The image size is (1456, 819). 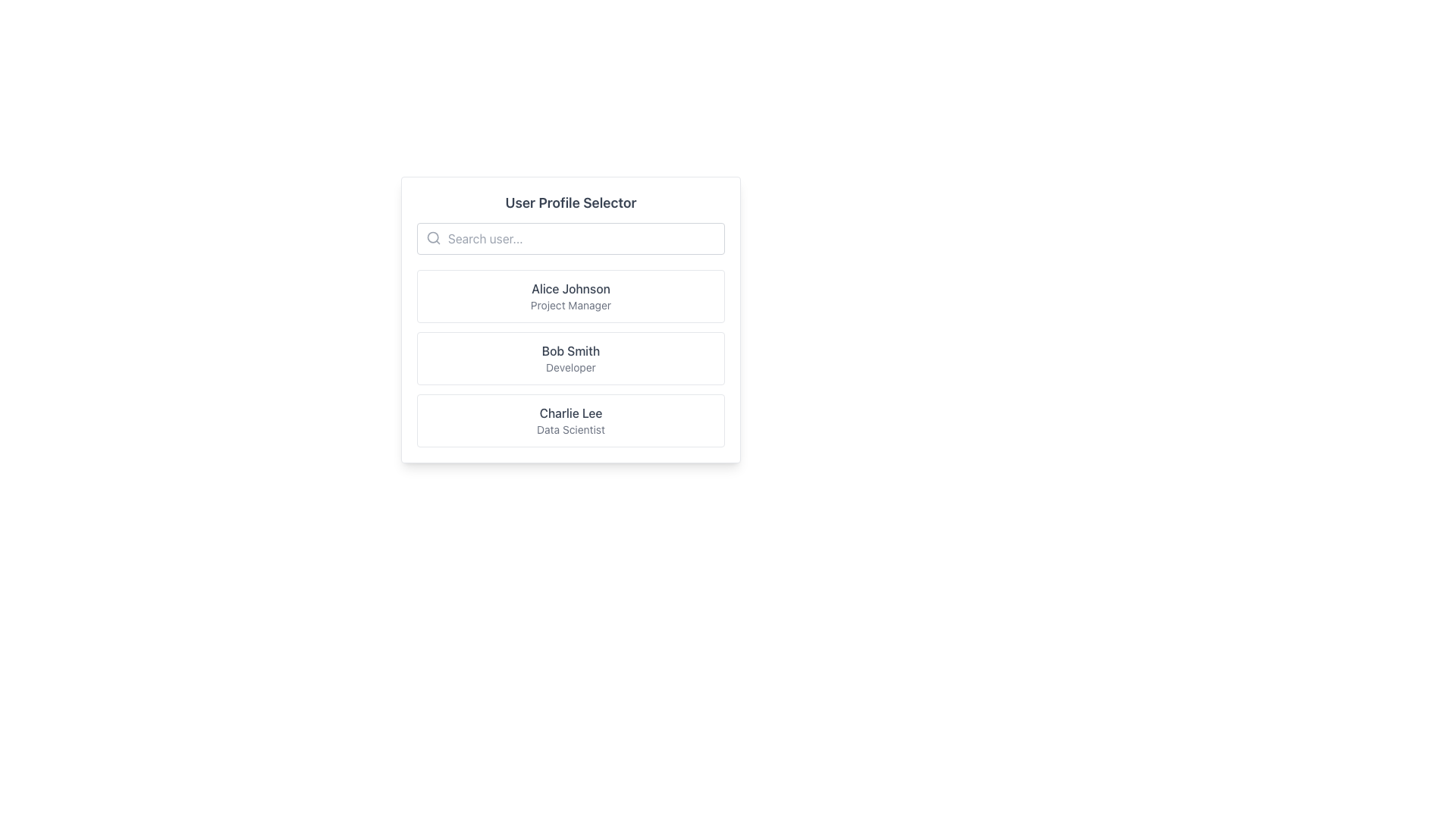 I want to click on the search icon located to the left of the search input field below the 'User Profile Selector' title, so click(x=432, y=237).